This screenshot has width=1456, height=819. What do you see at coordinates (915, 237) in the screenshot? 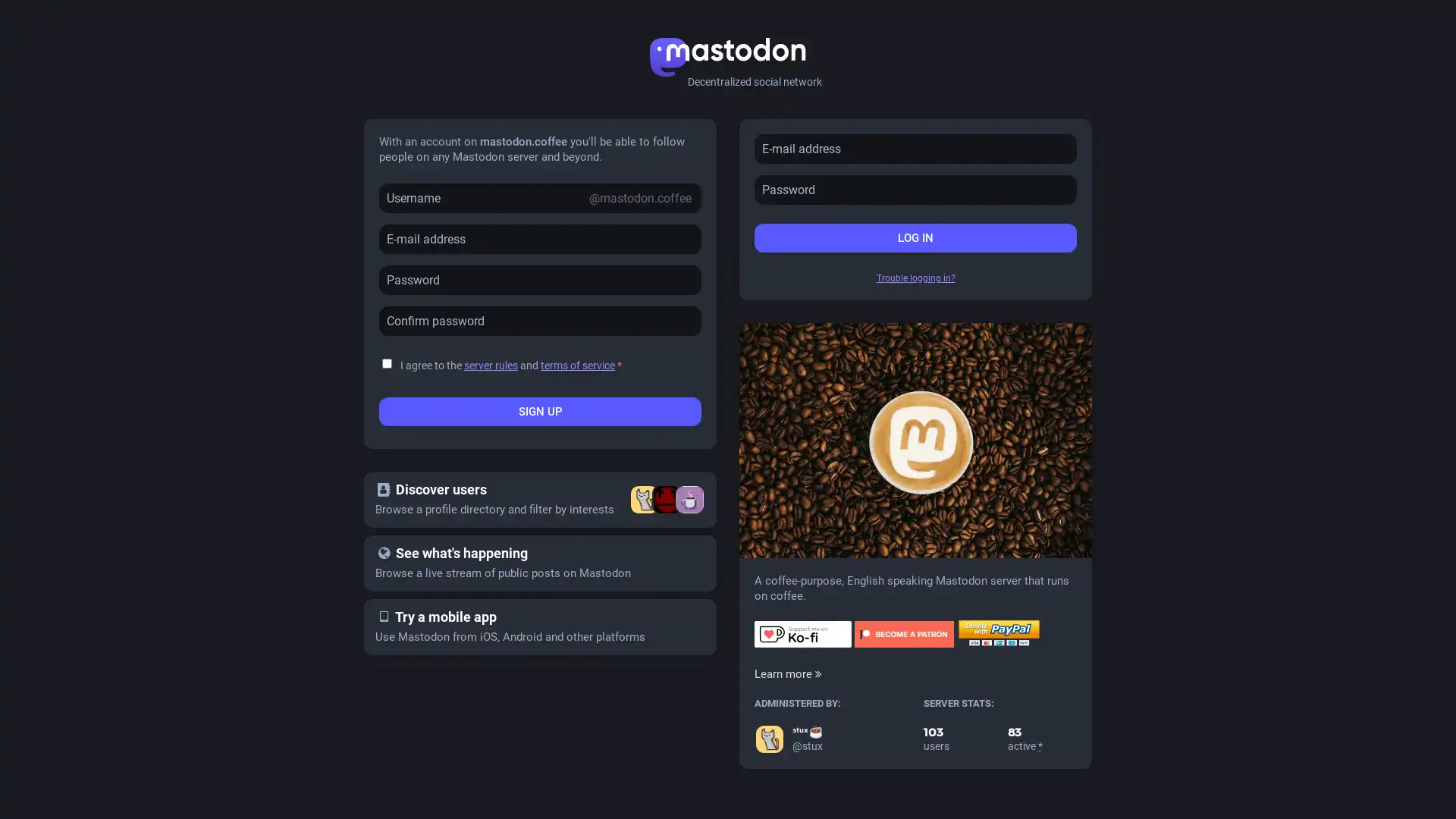
I see `LOG IN` at bounding box center [915, 237].